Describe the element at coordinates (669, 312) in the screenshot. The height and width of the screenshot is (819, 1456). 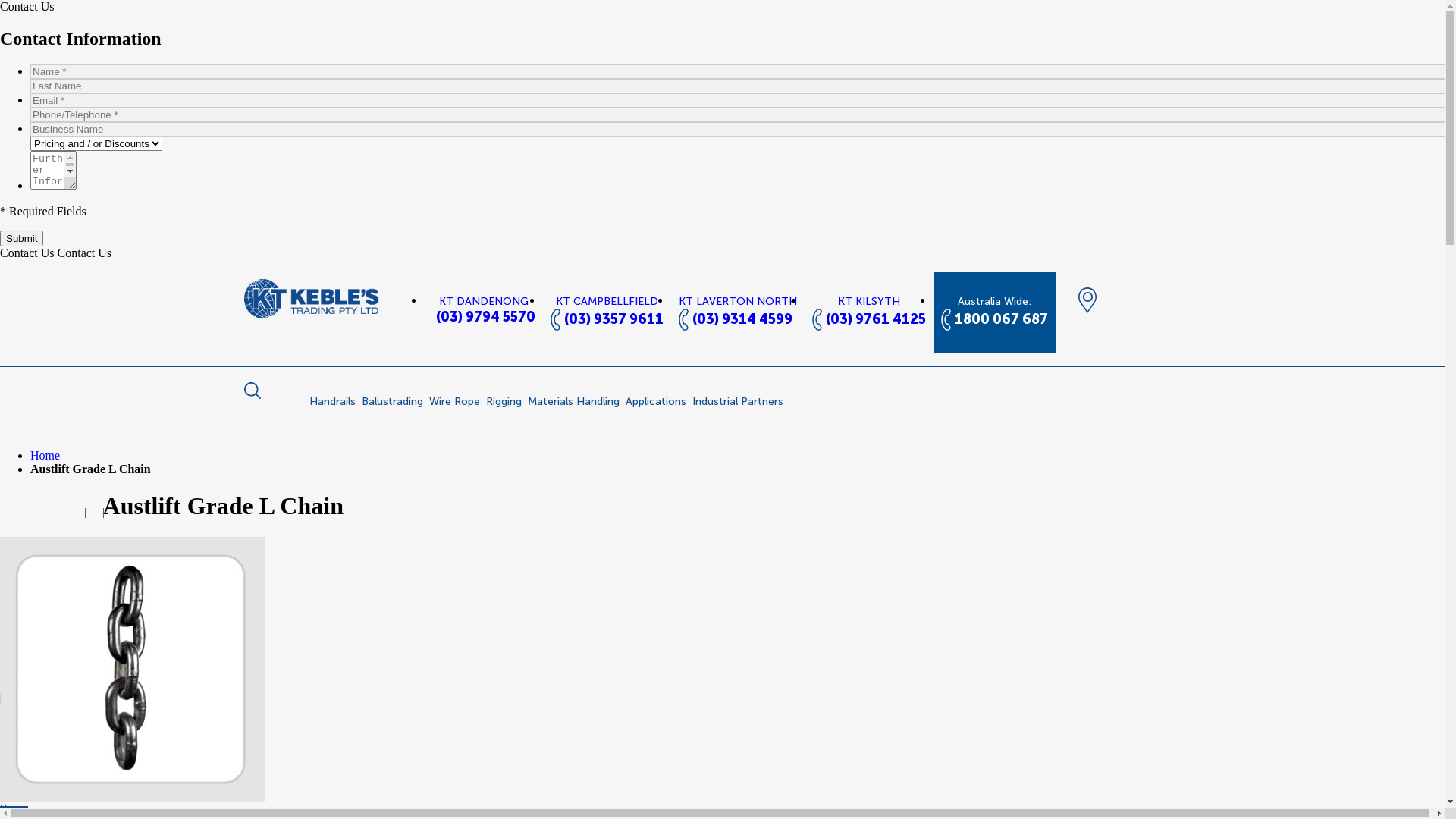
I see `'KT LAVERTON NORTH` at that location.